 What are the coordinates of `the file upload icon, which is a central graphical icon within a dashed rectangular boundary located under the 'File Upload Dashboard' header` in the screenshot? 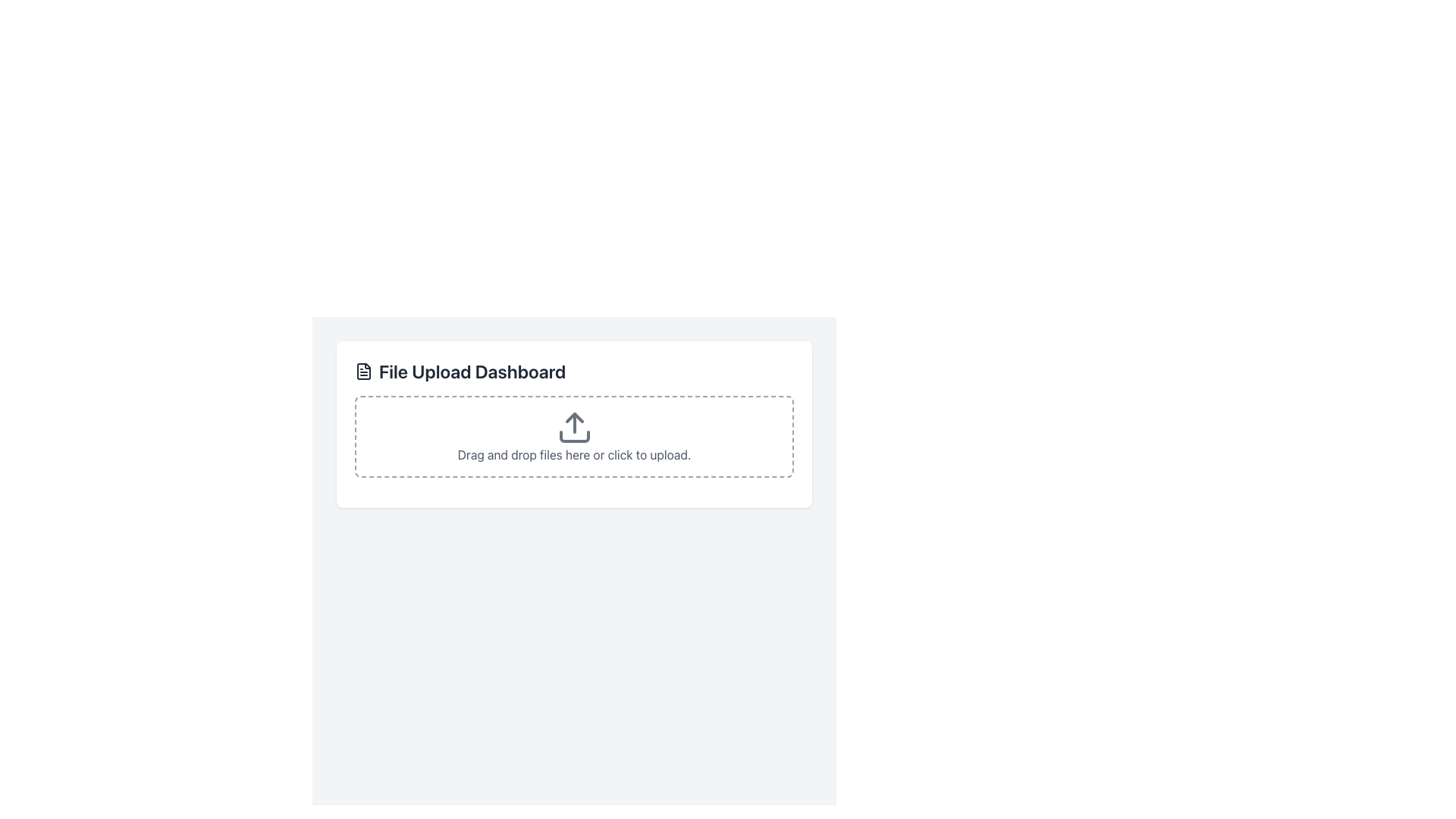 It's located at (573, 427).